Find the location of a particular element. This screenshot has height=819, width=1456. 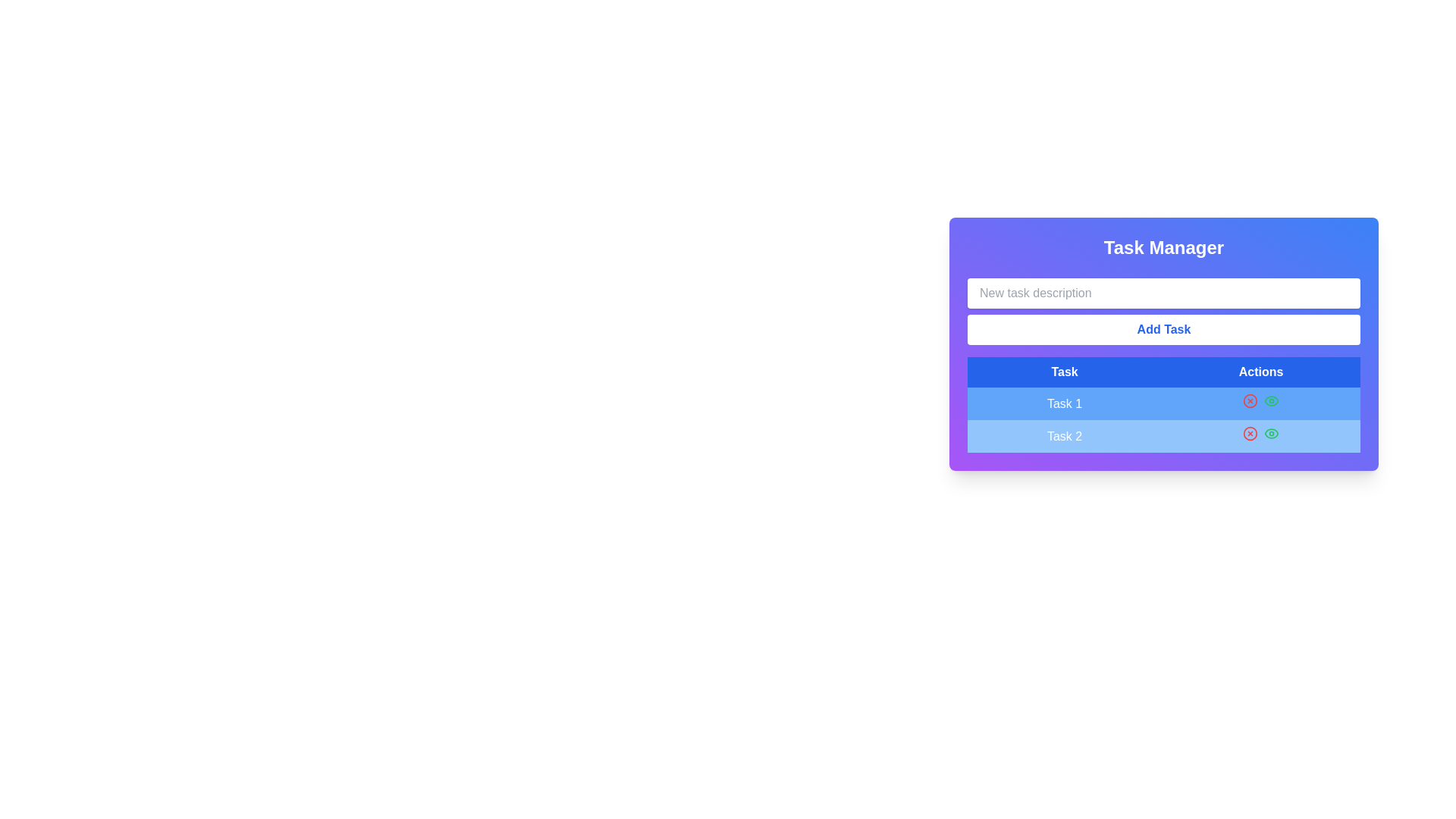

the Text label with light blue background containing 'Task 2' in white, located in the second row under the 'Task' column is located at coordinates (1064, 436).